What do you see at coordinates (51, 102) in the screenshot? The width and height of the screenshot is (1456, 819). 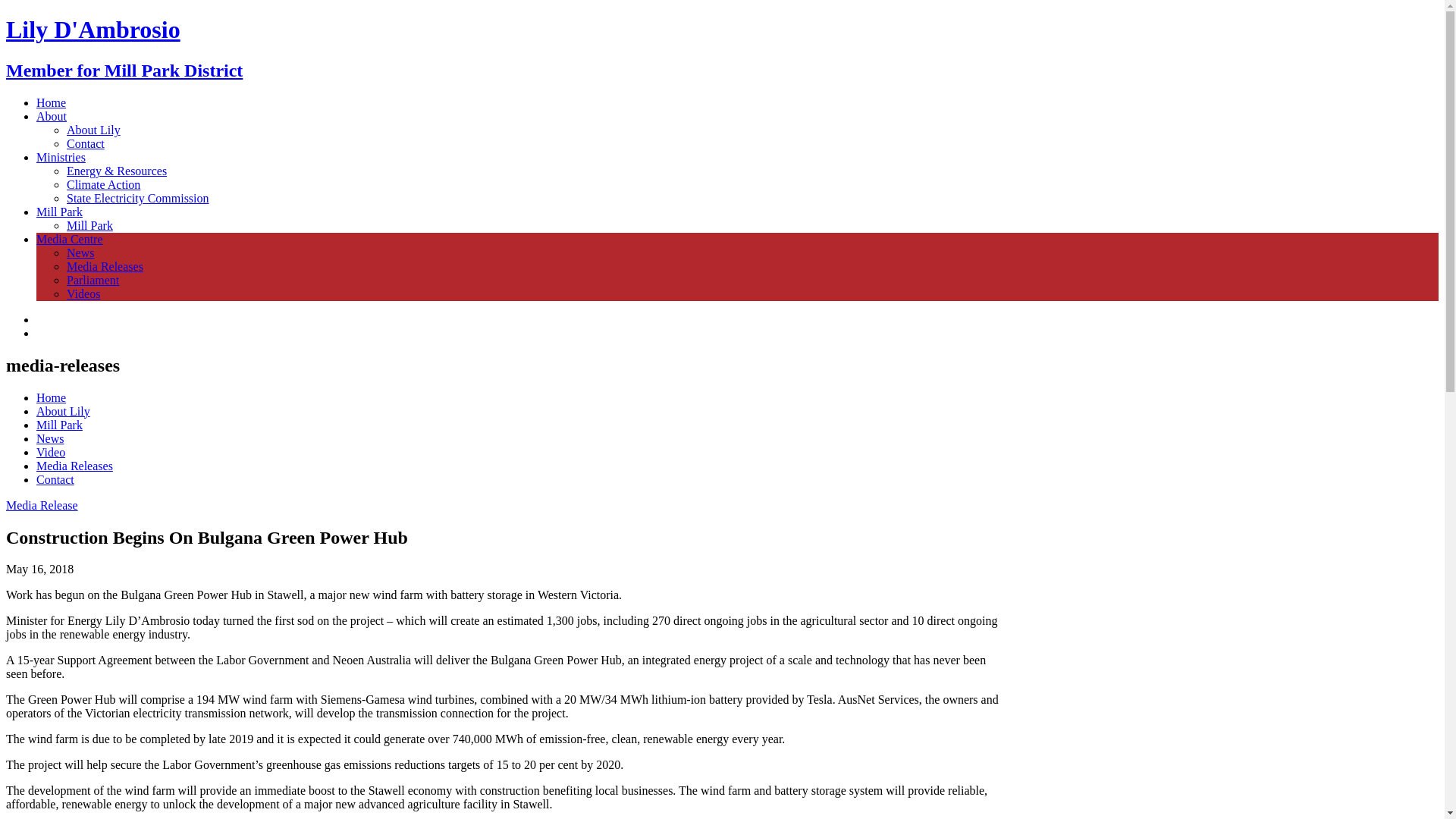 I see `'Home'` at bounding box center [51, 102].